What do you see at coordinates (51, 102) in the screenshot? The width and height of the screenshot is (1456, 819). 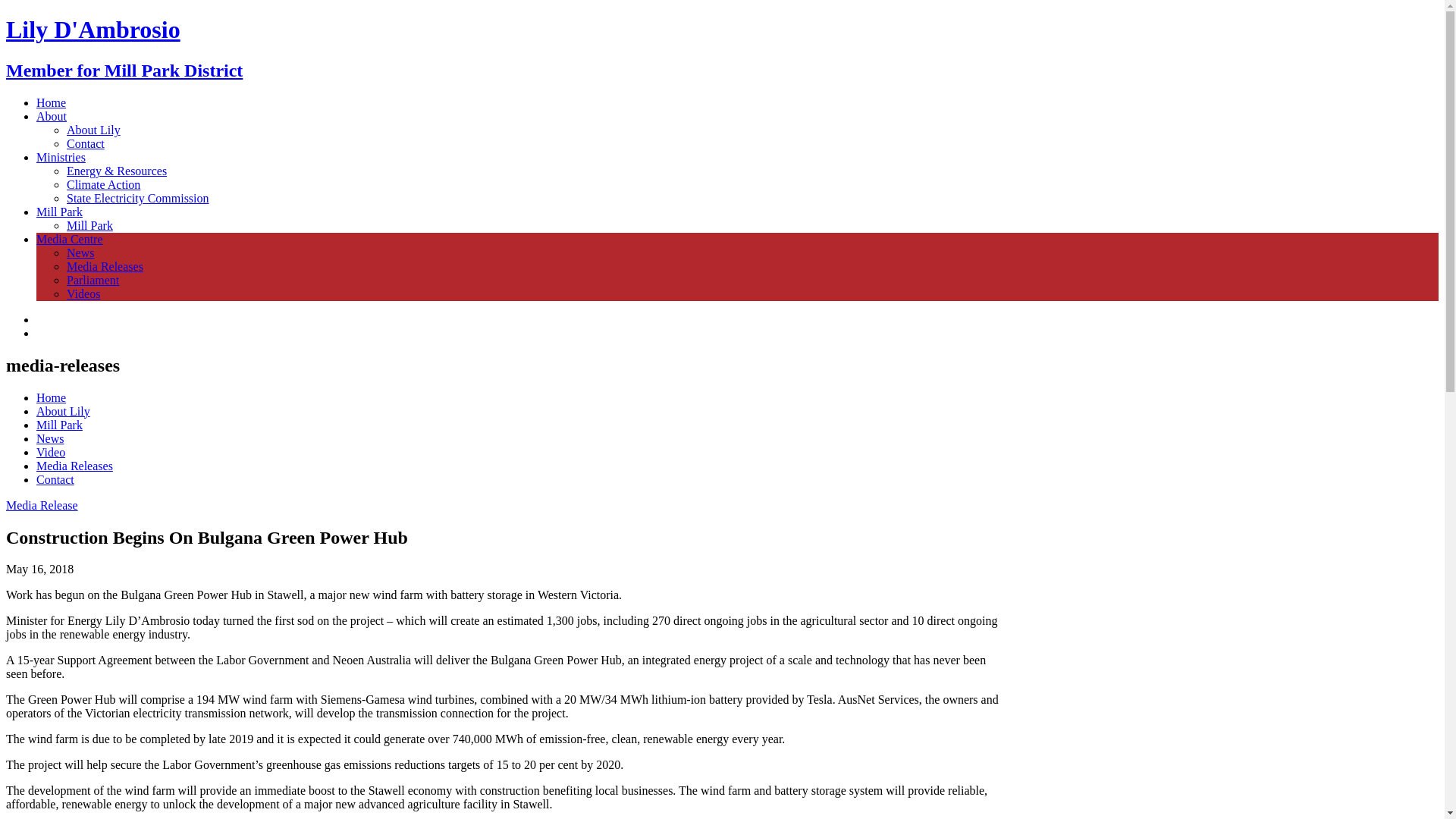 I see `'Home'` at bounding box center [51, 102].